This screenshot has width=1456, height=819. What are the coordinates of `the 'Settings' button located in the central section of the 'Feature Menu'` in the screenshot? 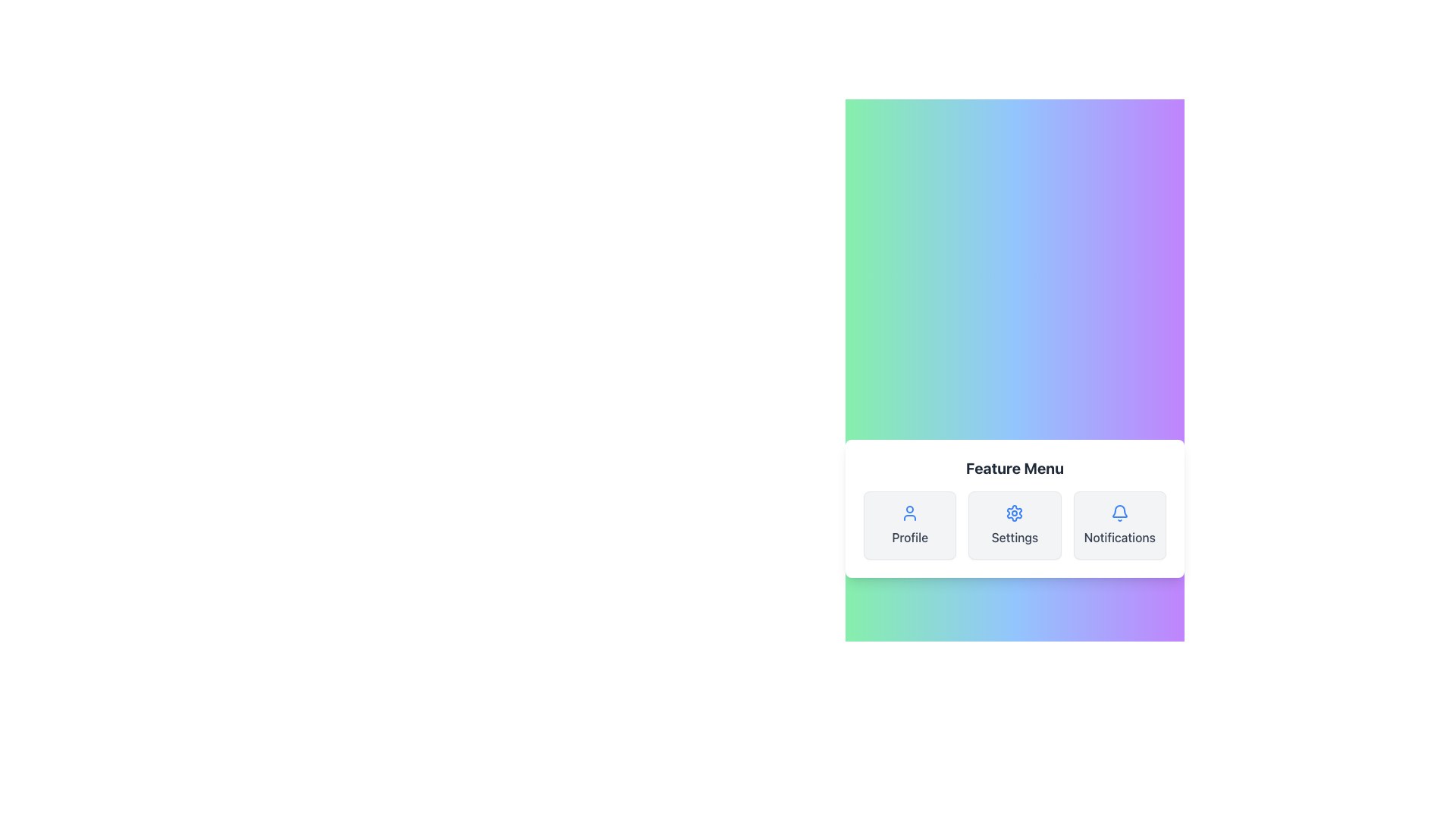 It's located at (1015, 525).